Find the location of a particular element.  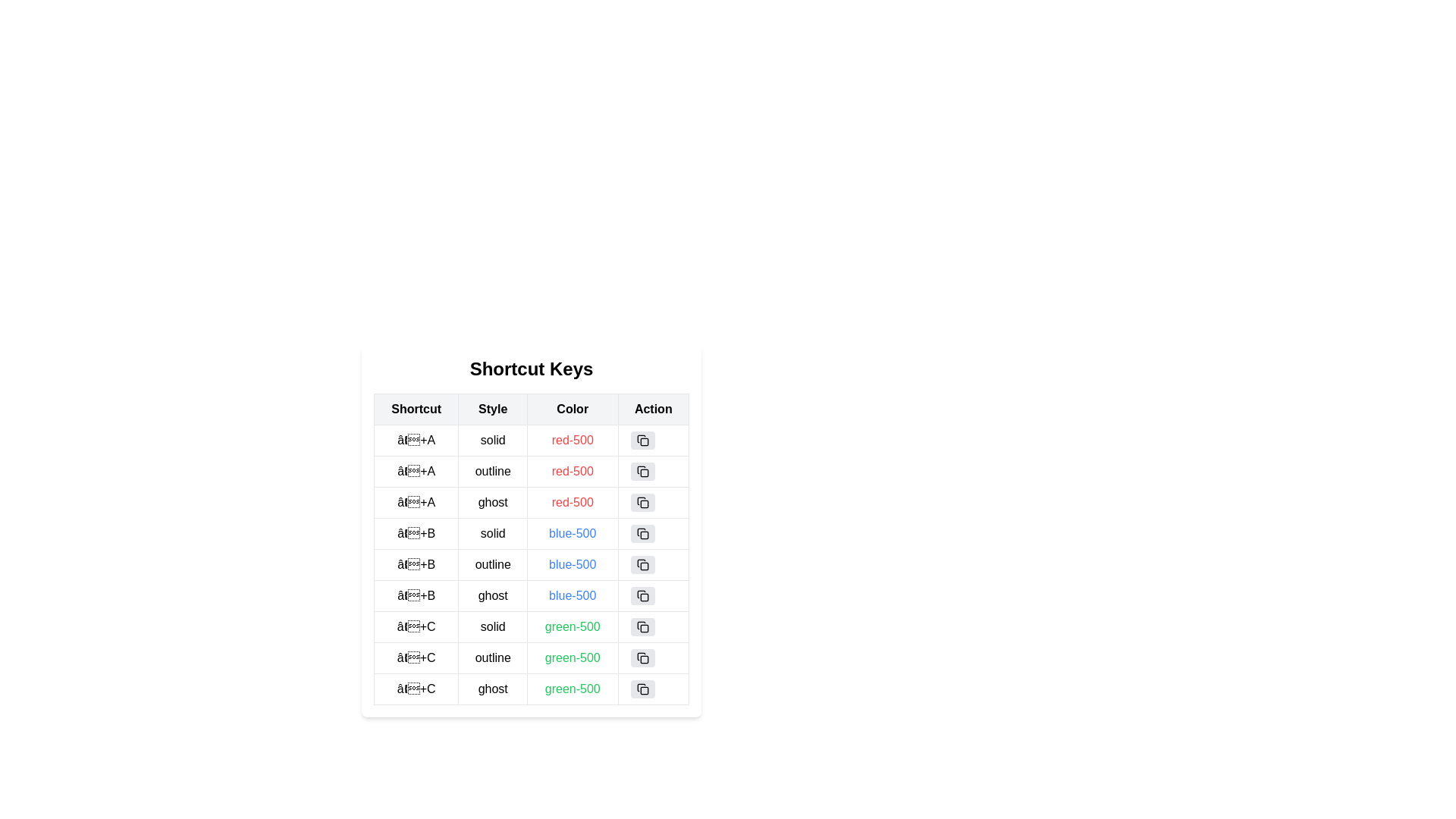

the rectangular icon component representing the copy action button located in the 'Action' column for the 'Ctrl+C solid green-500' entry is located at coordinates (644, 629).